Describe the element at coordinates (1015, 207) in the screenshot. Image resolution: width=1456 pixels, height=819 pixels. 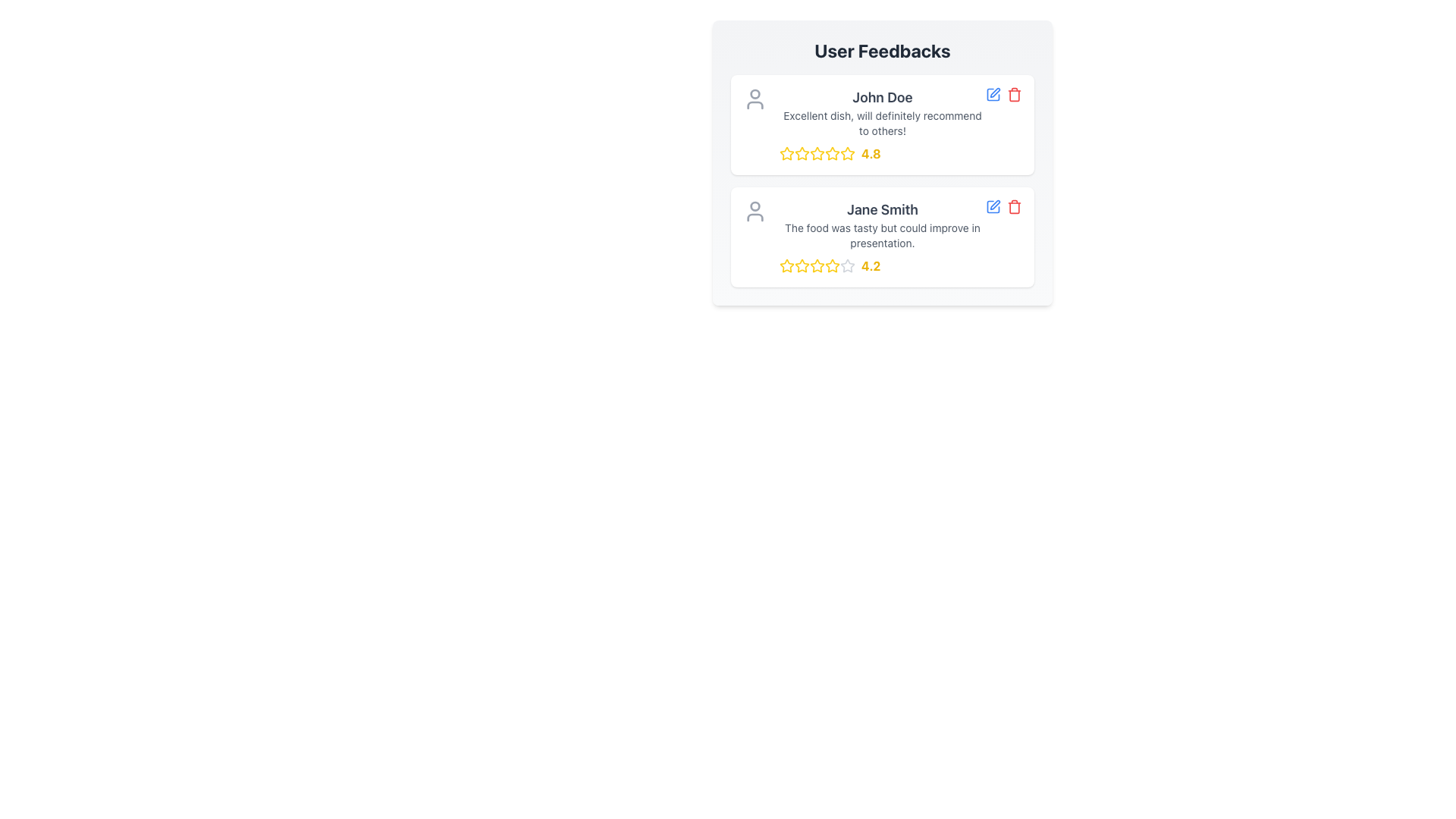
I see `the delete button located in the top-right area of the user interface` at that location.